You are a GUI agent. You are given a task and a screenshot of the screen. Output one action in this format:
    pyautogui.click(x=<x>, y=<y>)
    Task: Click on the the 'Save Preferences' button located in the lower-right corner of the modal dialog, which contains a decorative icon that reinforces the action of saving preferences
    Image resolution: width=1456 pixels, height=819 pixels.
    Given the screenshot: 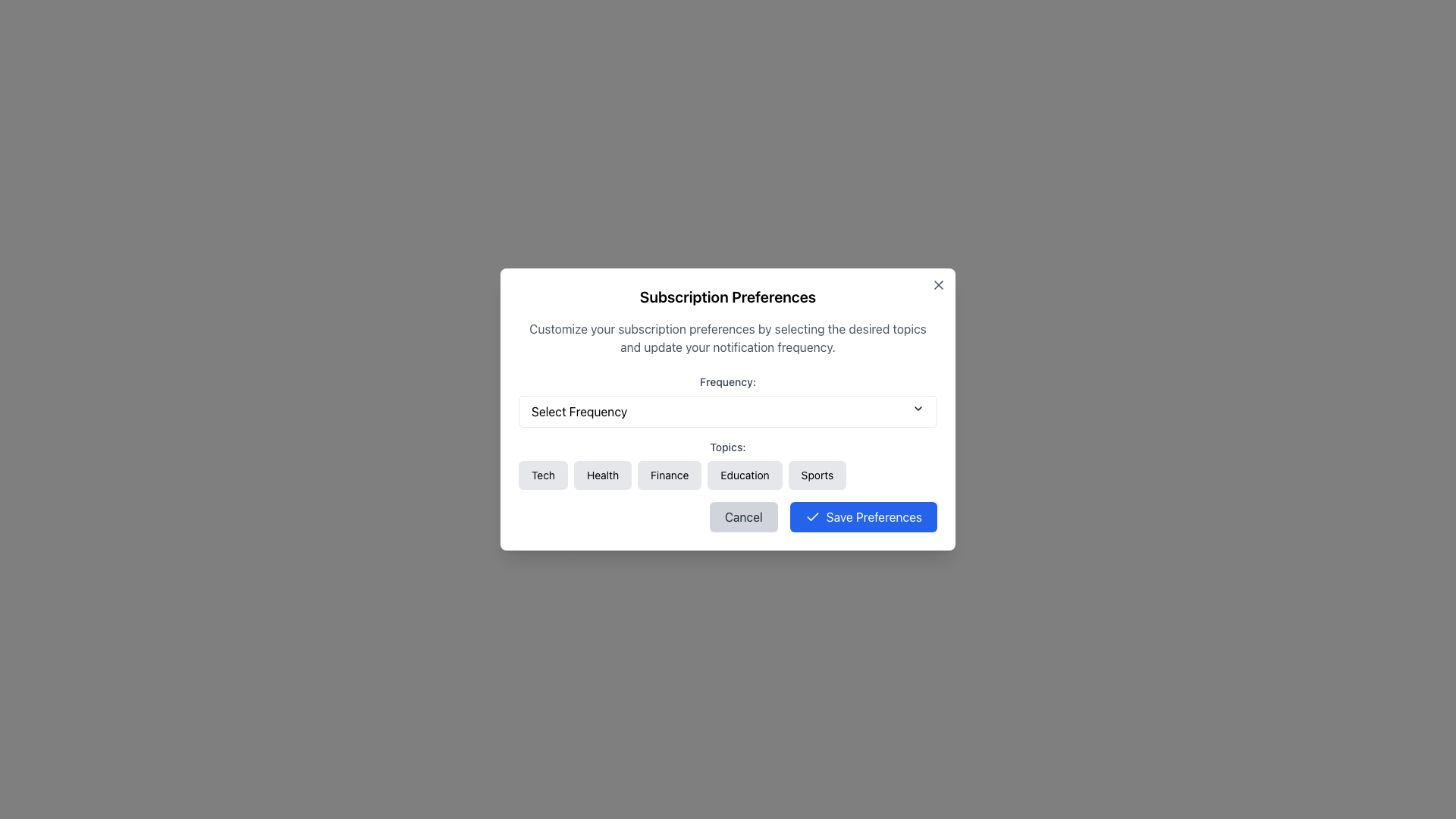 What is the action you would take?
    pyautogui.click(x=811, y=516)
    